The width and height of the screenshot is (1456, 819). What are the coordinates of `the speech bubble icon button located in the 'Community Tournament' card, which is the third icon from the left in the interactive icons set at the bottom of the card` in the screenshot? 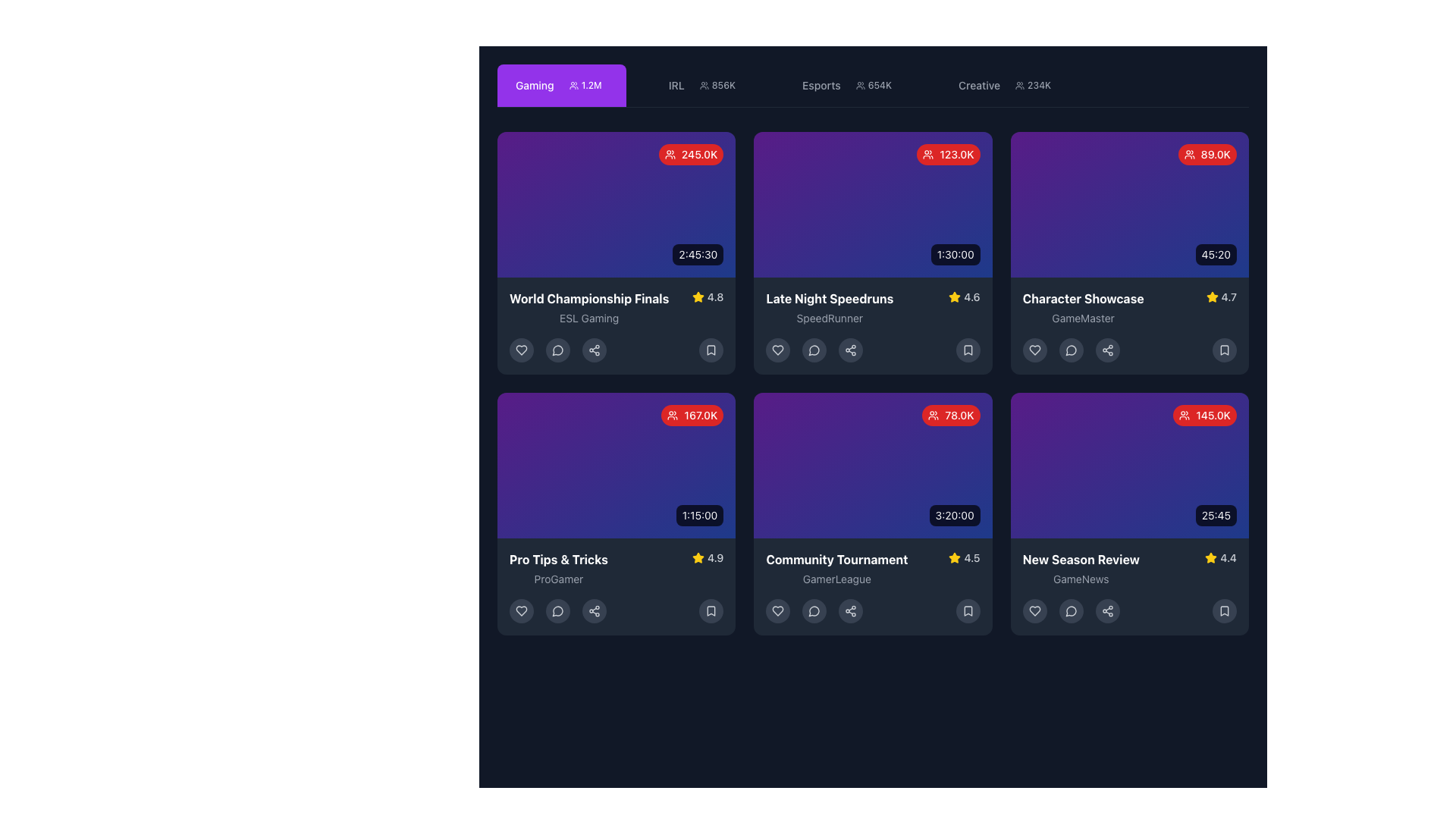 It's located at (814, 610).